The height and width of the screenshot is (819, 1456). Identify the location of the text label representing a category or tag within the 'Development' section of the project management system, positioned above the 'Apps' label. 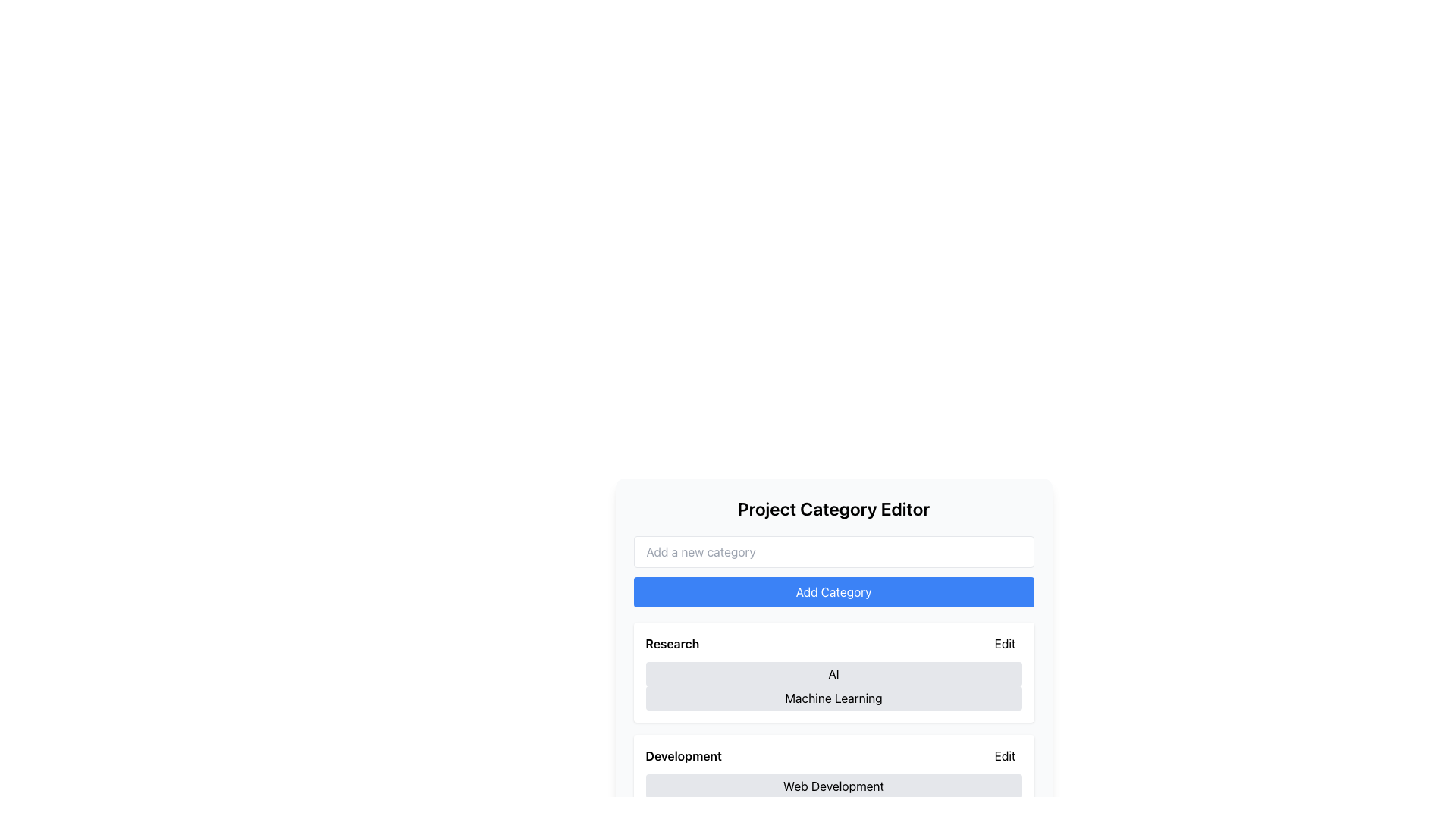
(833, 786).